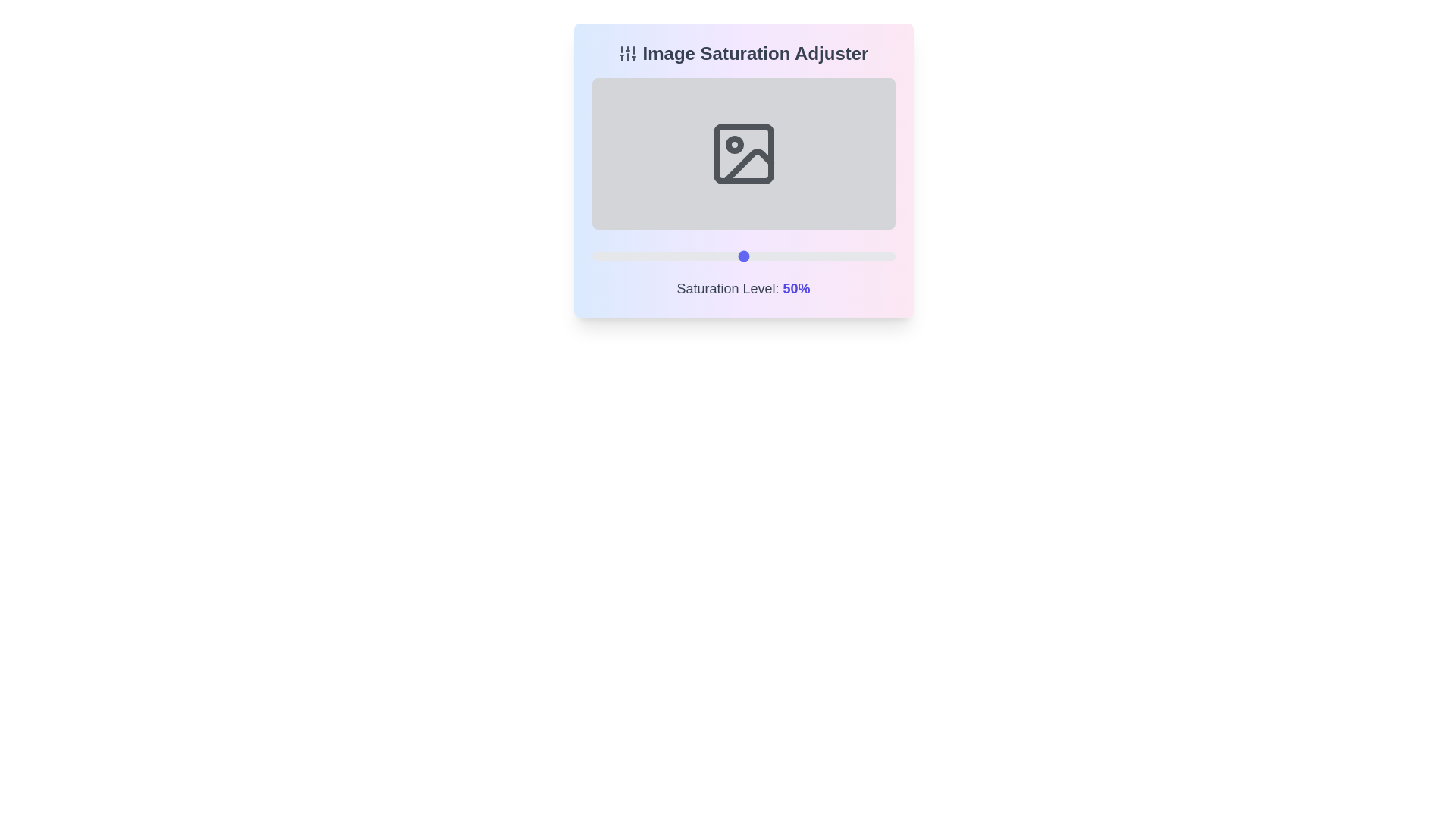  I want to click on the saturation level to 40% by interacting with the slider, so click(712, 256).